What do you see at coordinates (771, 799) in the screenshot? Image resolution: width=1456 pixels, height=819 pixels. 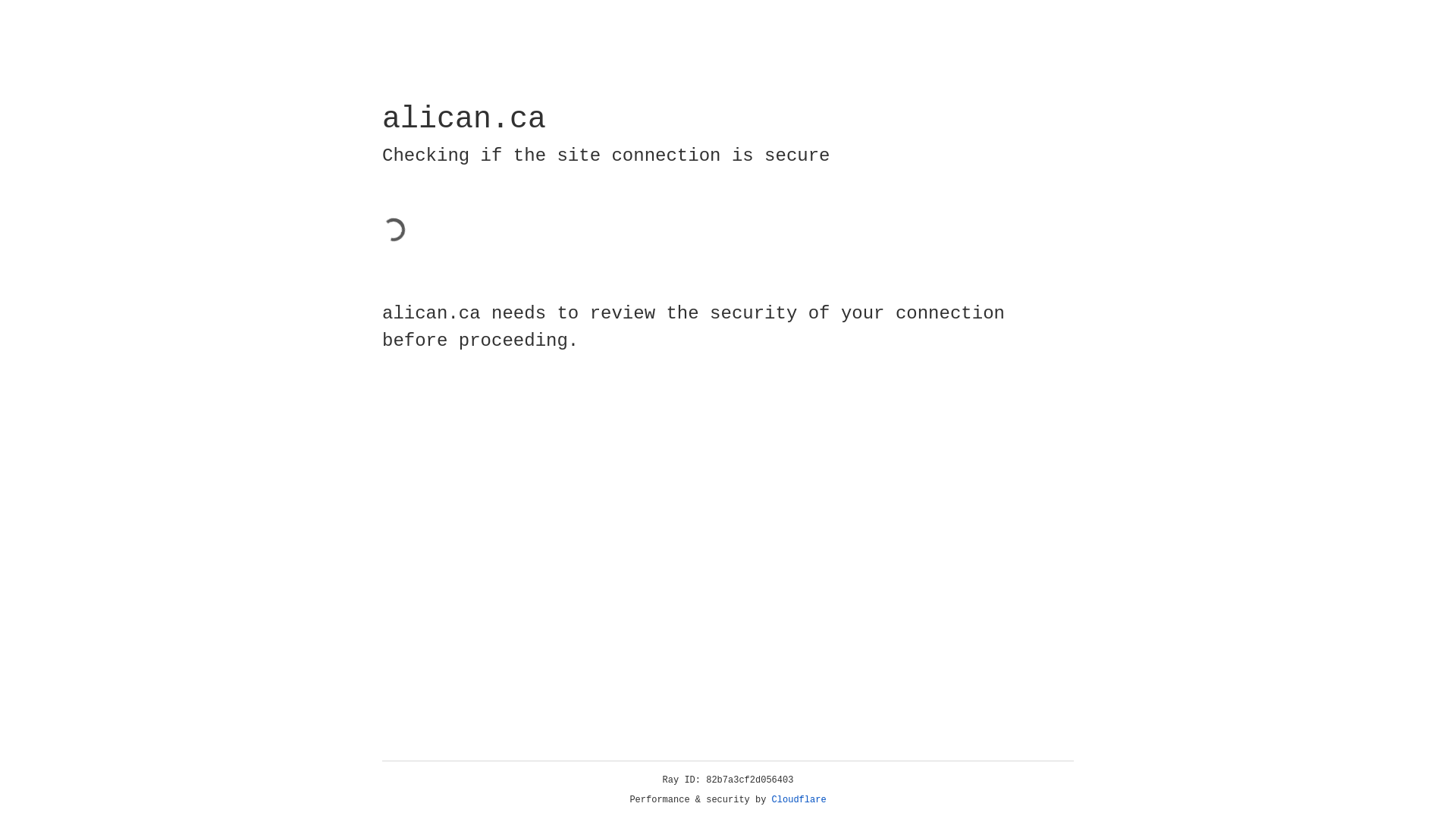 I see `'Cloudflare'` at bounding box center [771, 799].